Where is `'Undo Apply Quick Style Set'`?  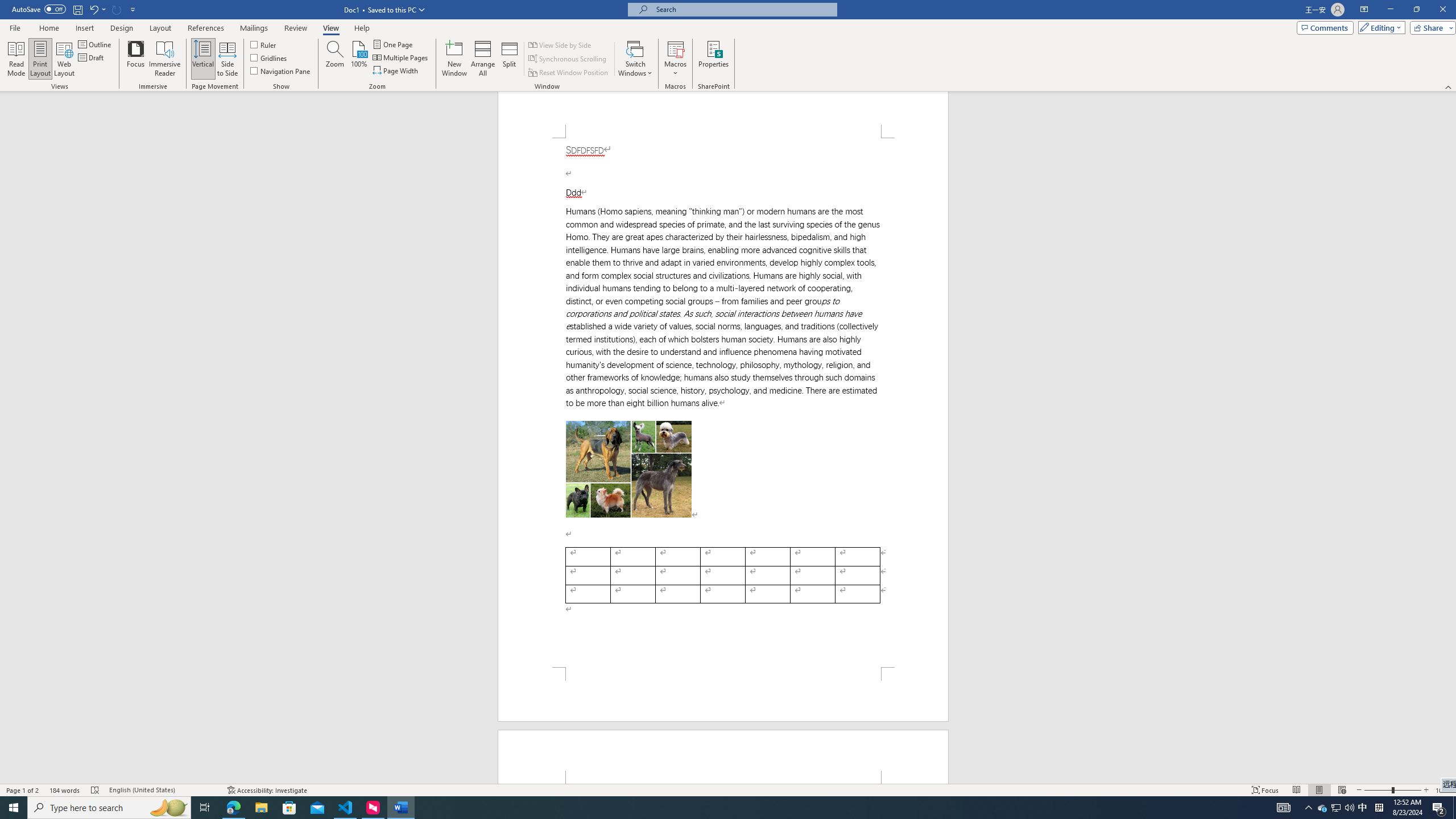
'Undo Apply Quick Style Set' is located at coordinates (93, 9).